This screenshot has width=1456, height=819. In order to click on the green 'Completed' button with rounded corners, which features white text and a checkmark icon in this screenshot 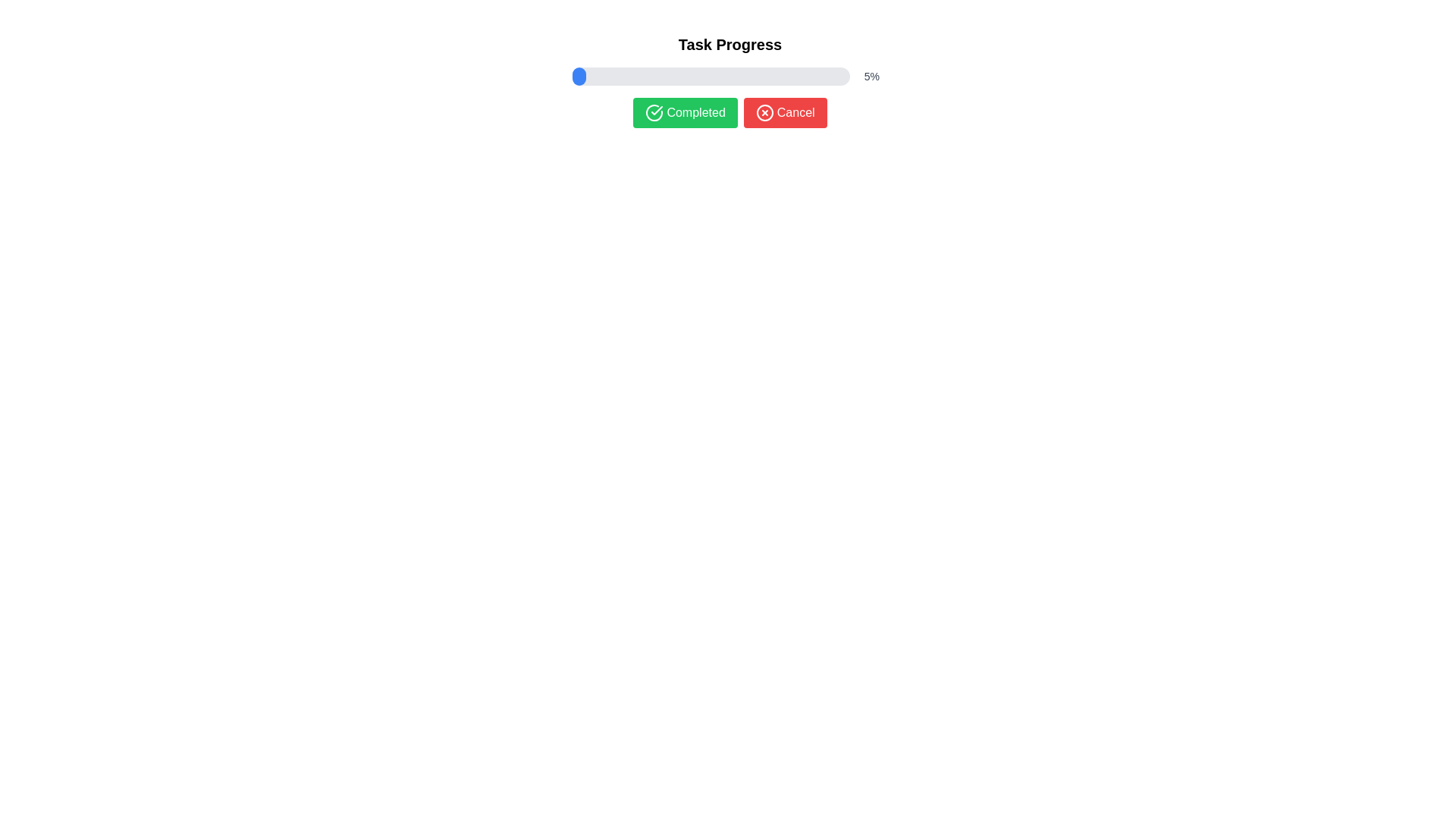, I will do `click(685, 112)`.